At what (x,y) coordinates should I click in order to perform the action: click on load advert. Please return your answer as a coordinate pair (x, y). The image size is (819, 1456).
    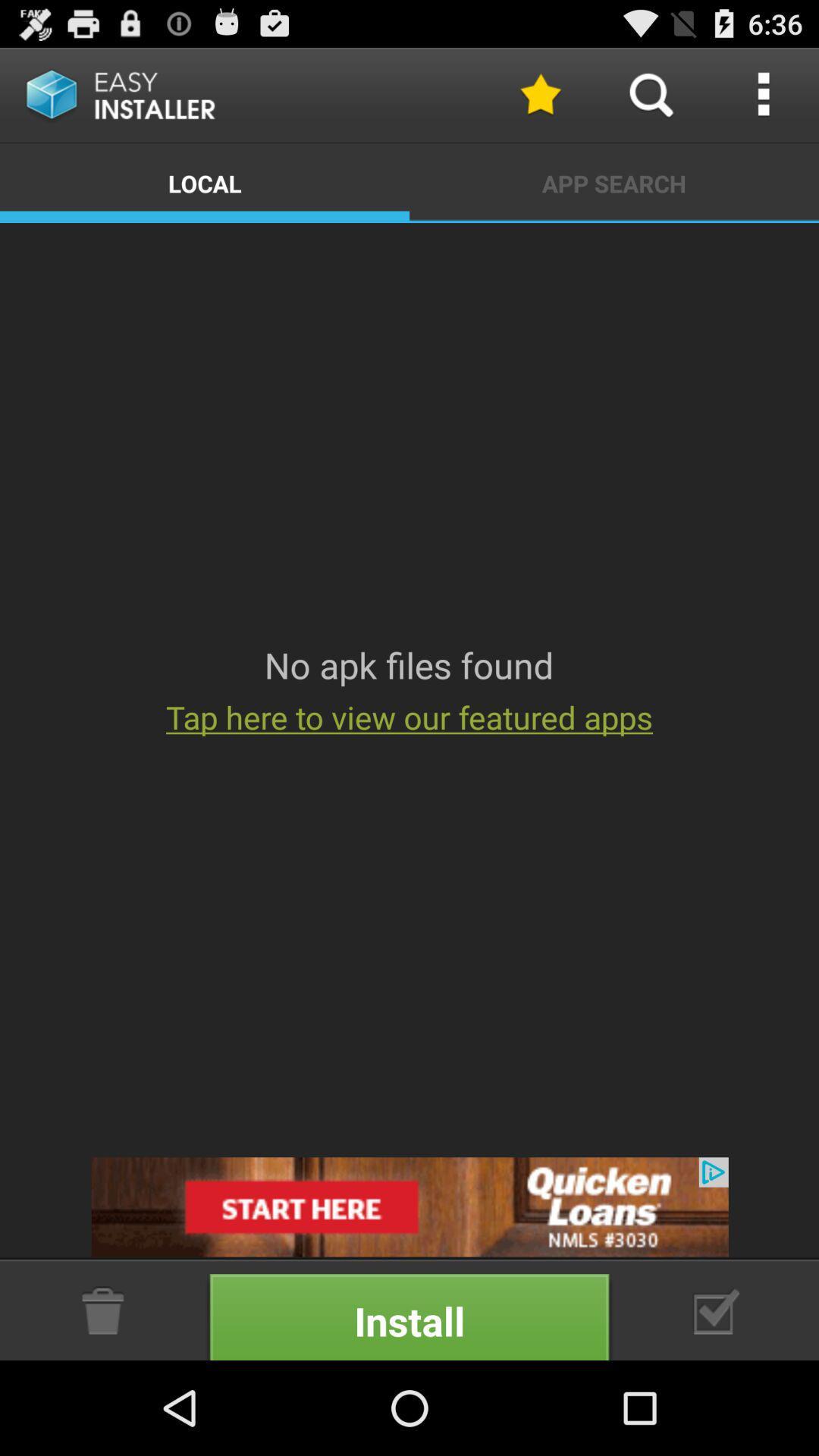
    Looking at the image, I should click on (409, 1206).